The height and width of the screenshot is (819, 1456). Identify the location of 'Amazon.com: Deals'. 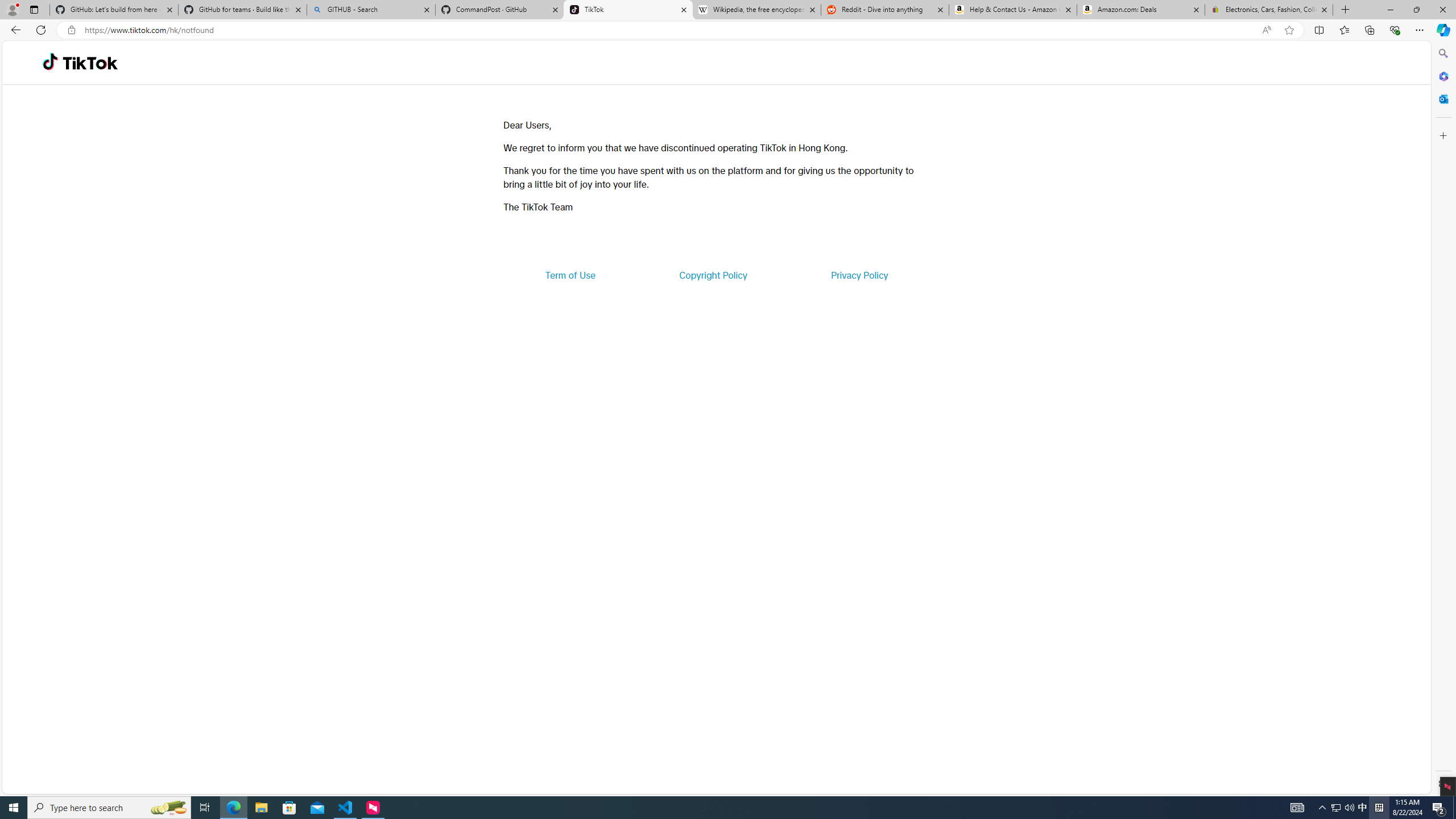
(1140, 9).